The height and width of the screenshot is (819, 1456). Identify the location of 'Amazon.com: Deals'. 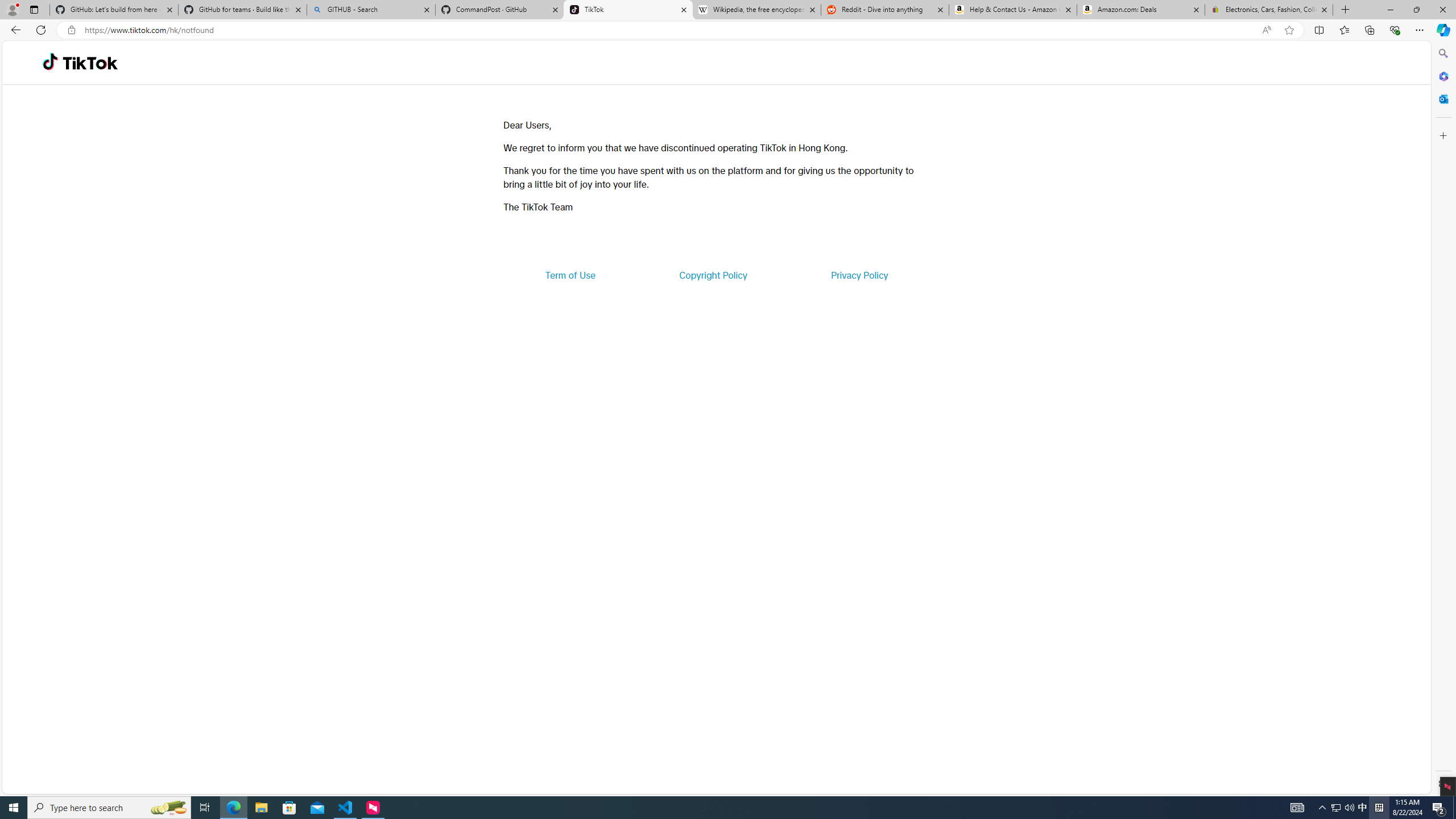
(1140, 9).